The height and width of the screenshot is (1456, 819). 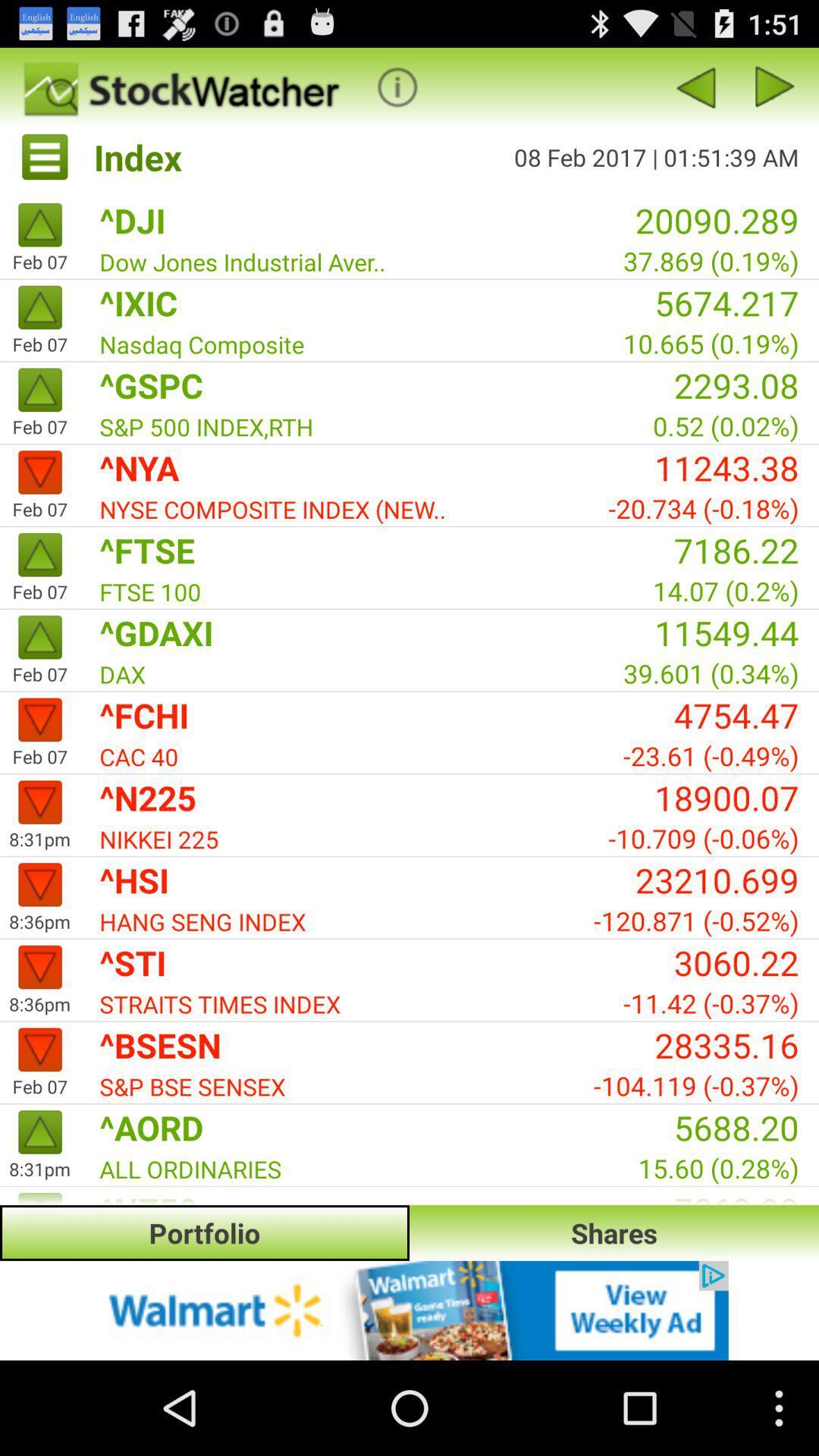 I want to click on previous page, so click(x=695, y=86).